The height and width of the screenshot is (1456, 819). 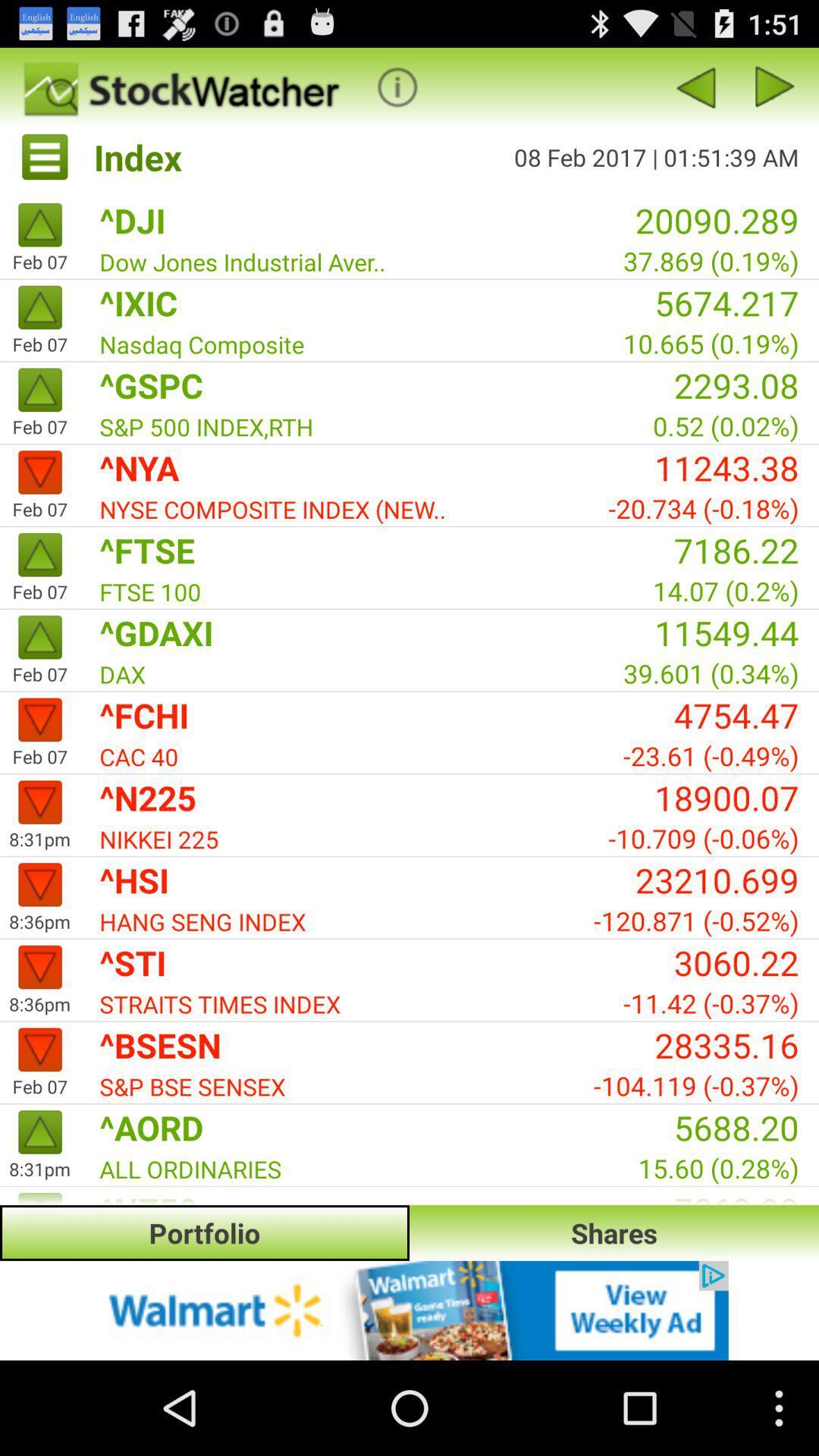 I want to click on previous page, so click(x=695, y=86).